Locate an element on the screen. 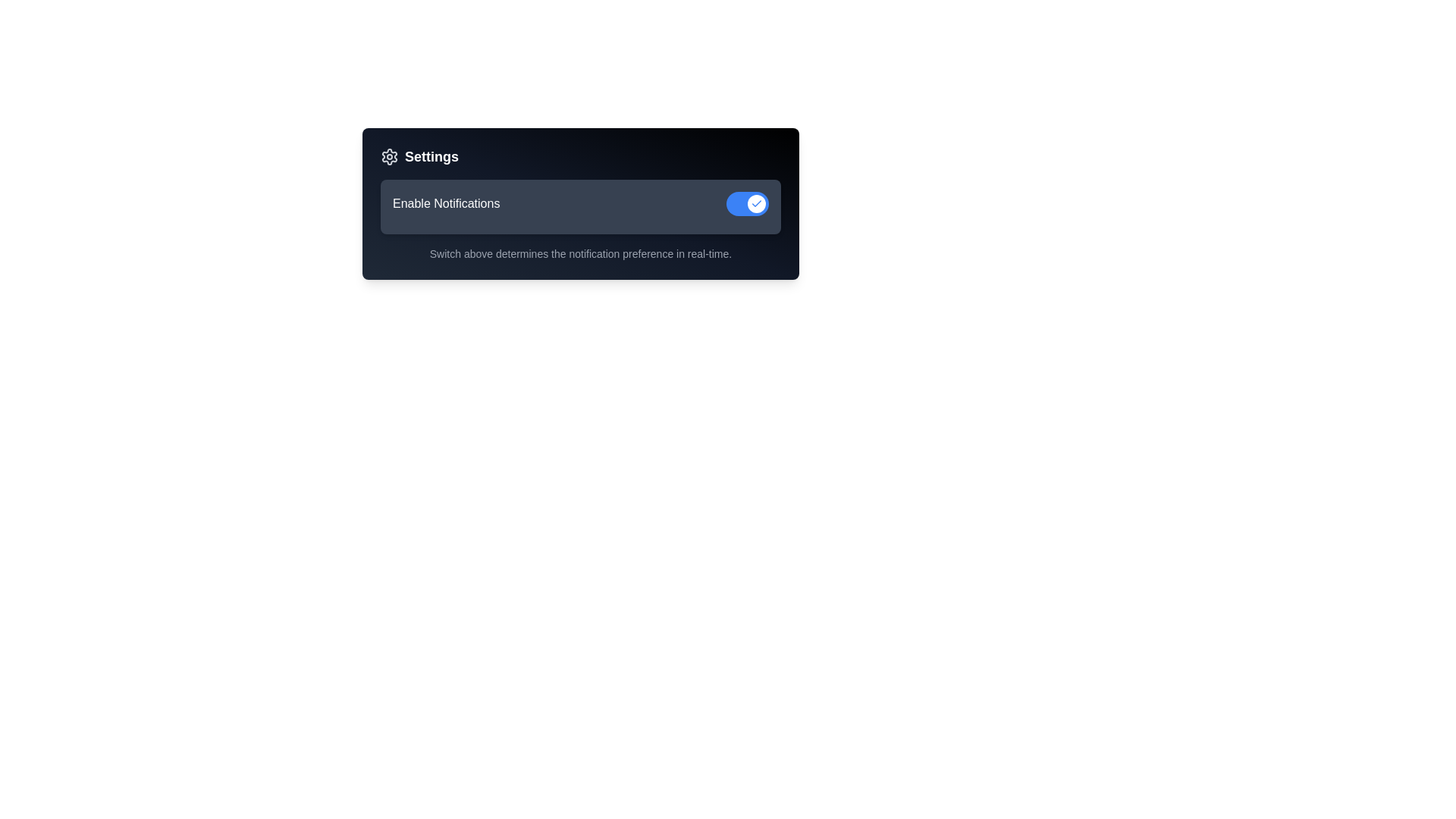 The width and height of the screenshot is (1456, 819). the 'Settings' text heading with the gear icon located at the top left corner of the panel by moving the cursor to its center point is located at coordinates (580, 157).